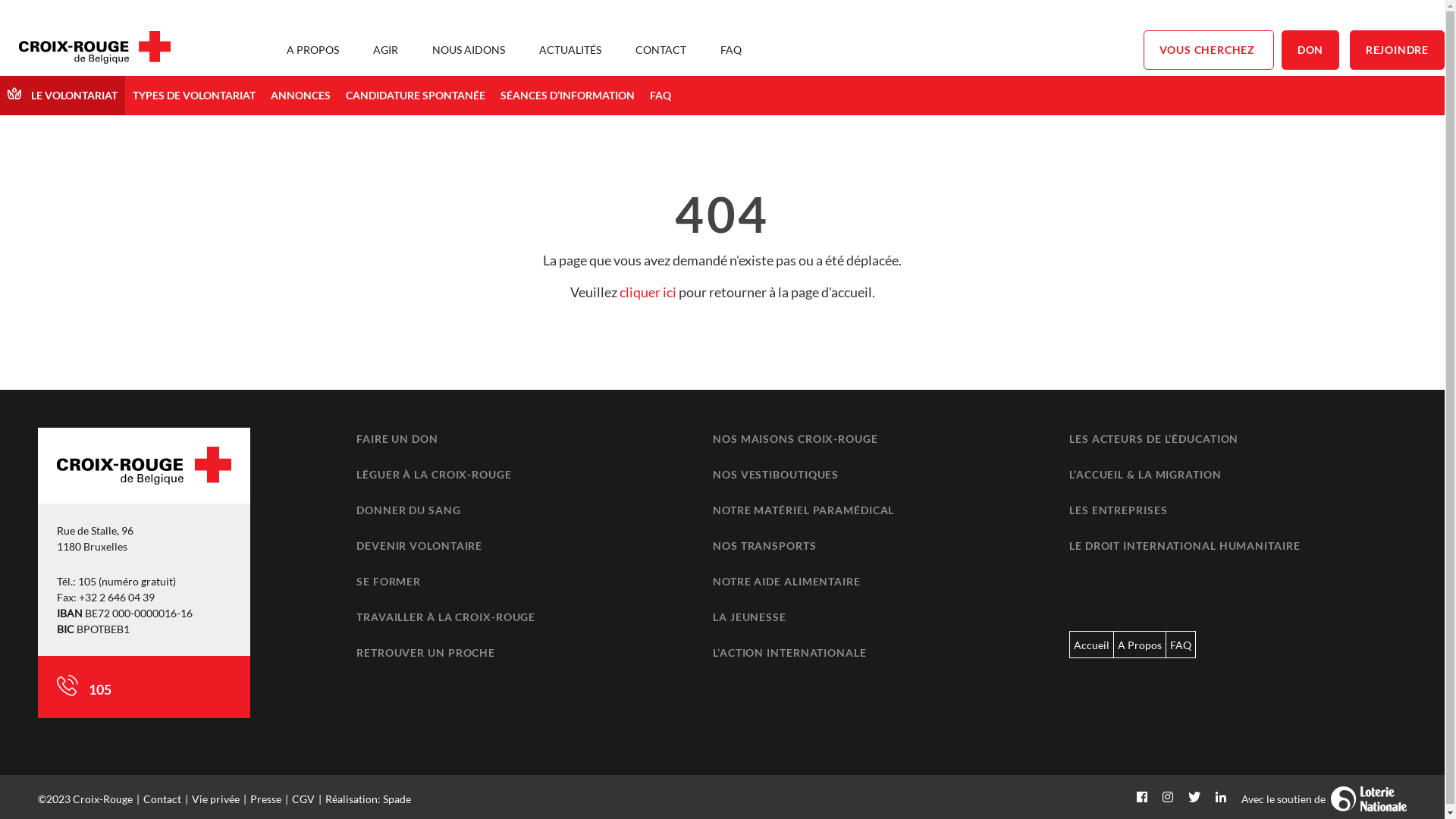 This screenshot has width=1456, height=819. Describe the element at coordinates (262, 96) in the screenshot. I see `'ANNONCES'` at that location.